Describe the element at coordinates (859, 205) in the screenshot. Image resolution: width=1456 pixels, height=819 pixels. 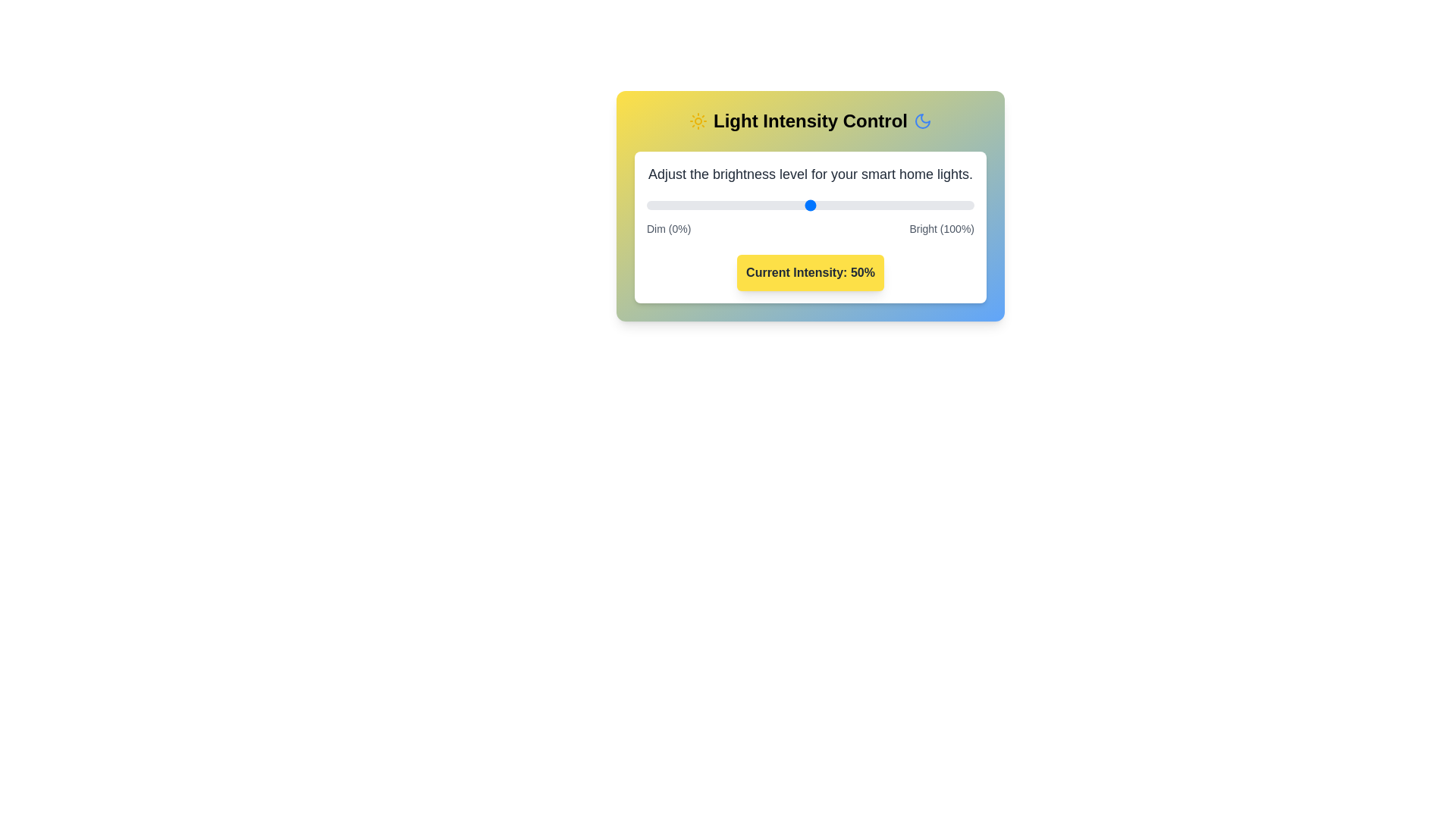
I see `the light intensity to 65% by moving the slider` at that location.